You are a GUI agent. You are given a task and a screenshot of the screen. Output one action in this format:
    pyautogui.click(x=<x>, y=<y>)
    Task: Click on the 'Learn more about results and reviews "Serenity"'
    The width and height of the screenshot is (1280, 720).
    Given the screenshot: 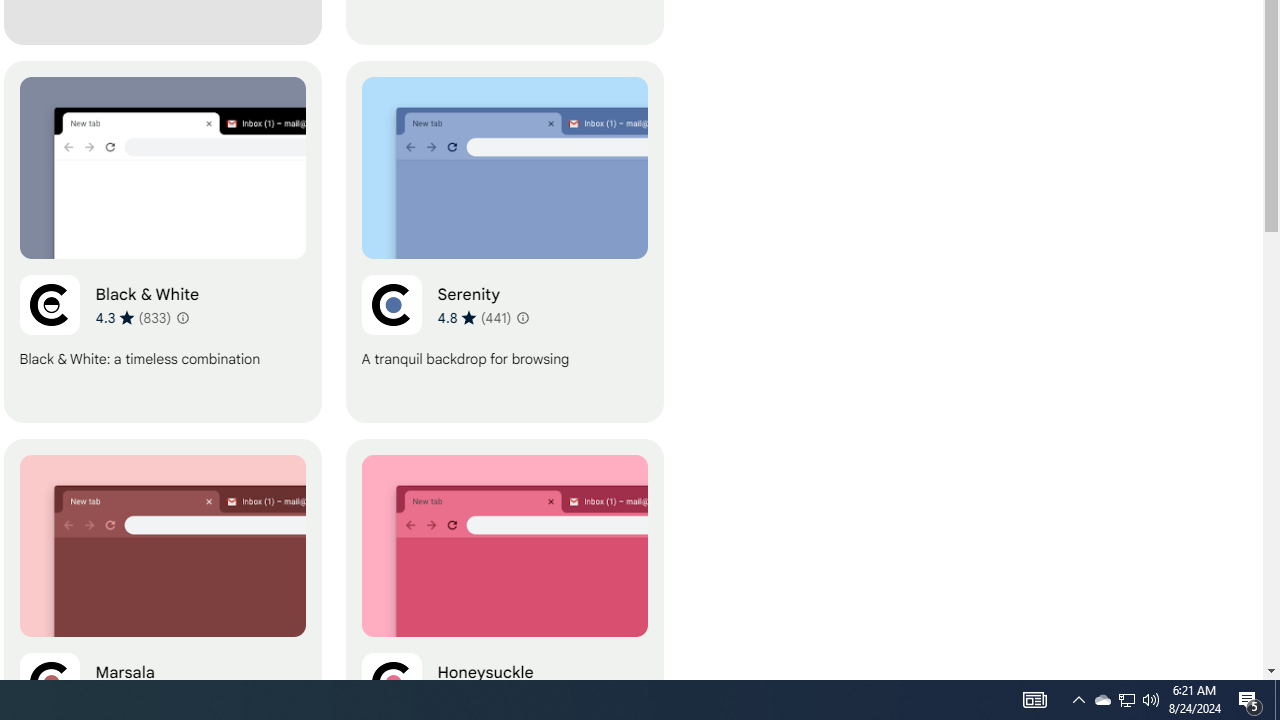 What is the action you would take?
    pyautogui.click(x=522, y=316)
    